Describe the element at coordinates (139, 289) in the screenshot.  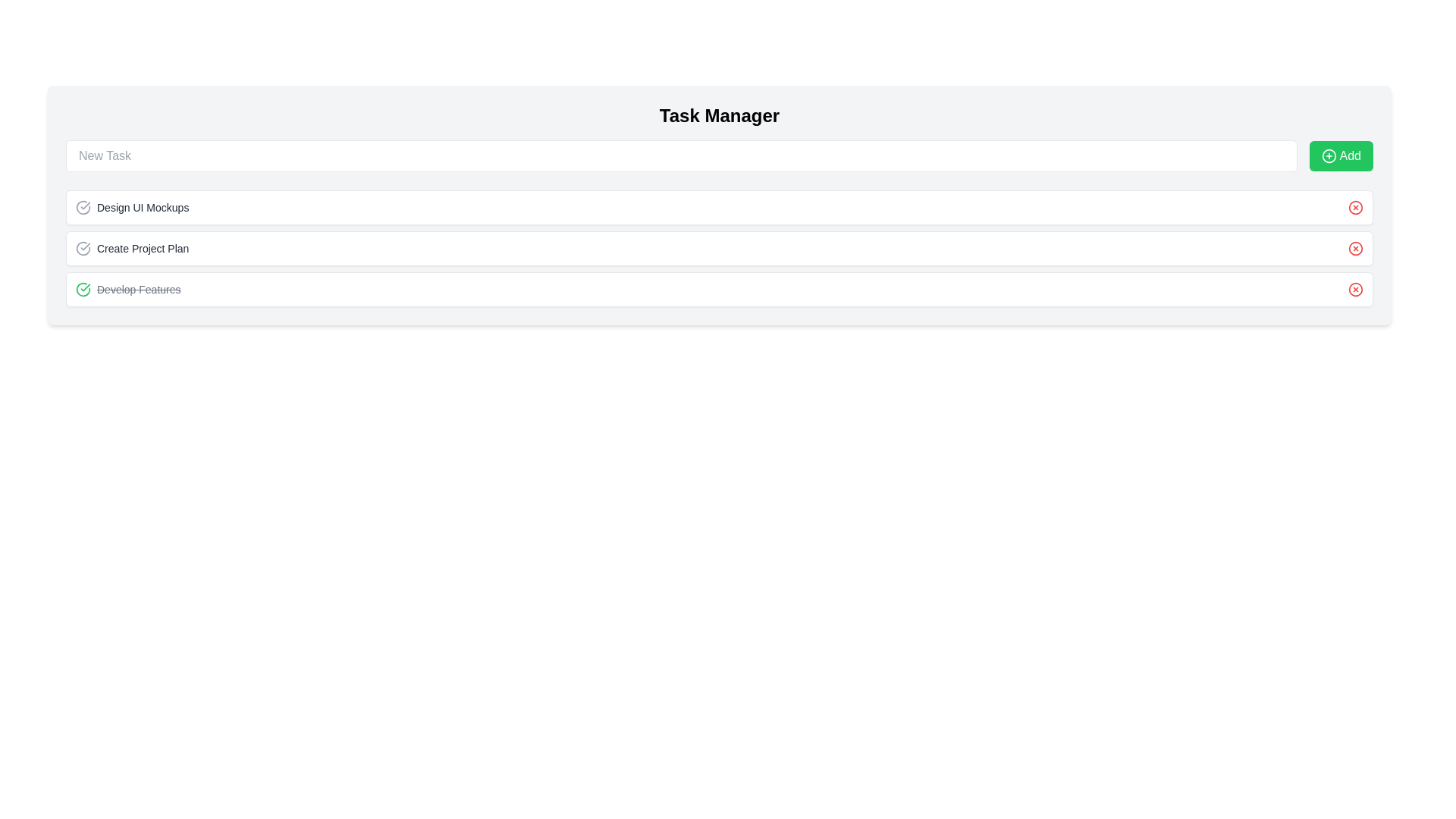
I see `the static text label indicating the completed task 'Develop Features' in the task management list` at that location.